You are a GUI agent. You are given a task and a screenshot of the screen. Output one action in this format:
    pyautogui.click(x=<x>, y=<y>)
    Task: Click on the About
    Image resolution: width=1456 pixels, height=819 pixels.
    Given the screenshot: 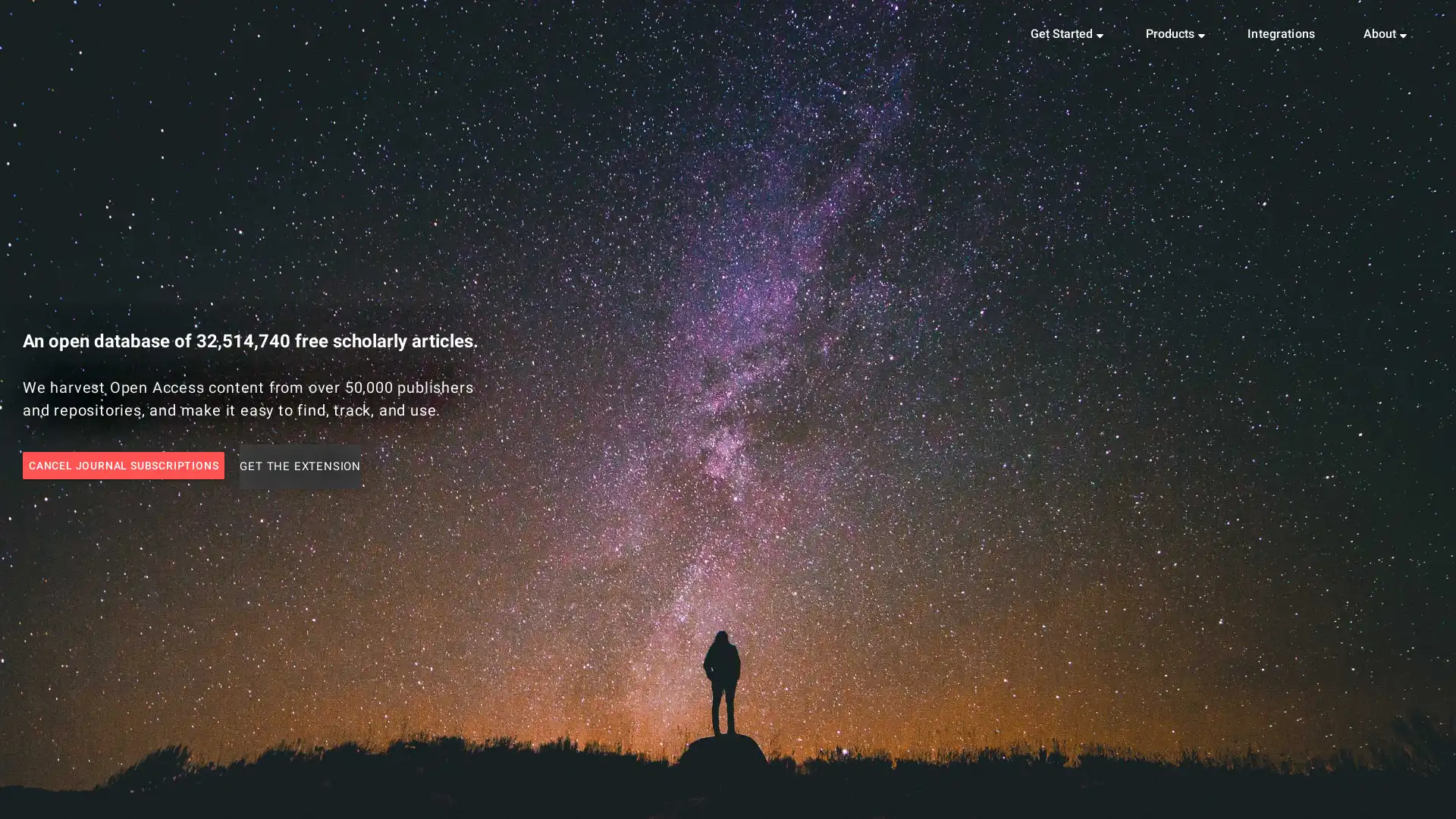 What is the action you would take?
    pyautogui.click(x=1384, y=33)
    